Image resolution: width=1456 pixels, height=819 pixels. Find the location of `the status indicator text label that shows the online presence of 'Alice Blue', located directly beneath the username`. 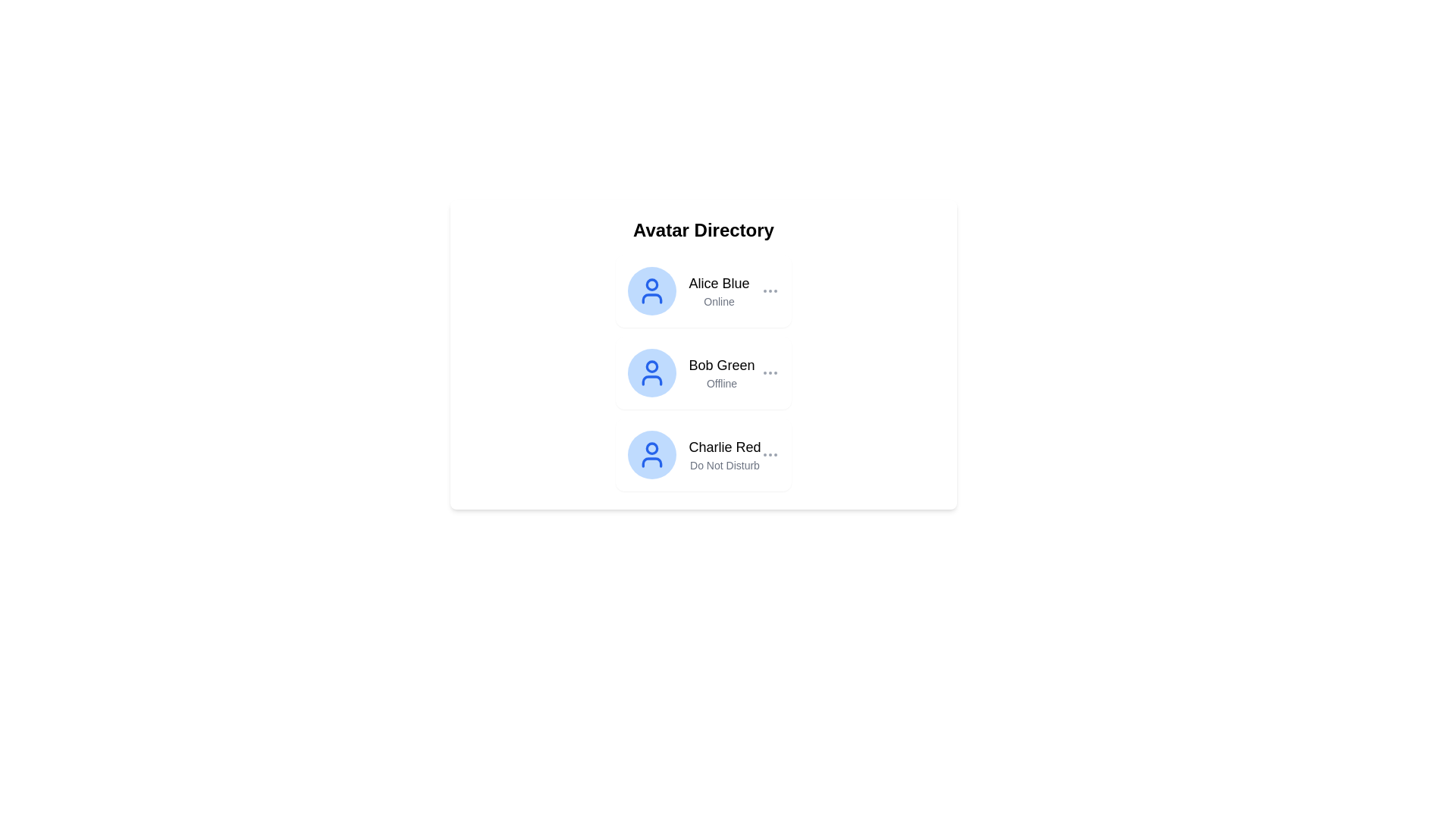

the status indicator text label that shows the online presence of 'Alice Blue', located directly beneath the username is located at coordinates (718, 301).